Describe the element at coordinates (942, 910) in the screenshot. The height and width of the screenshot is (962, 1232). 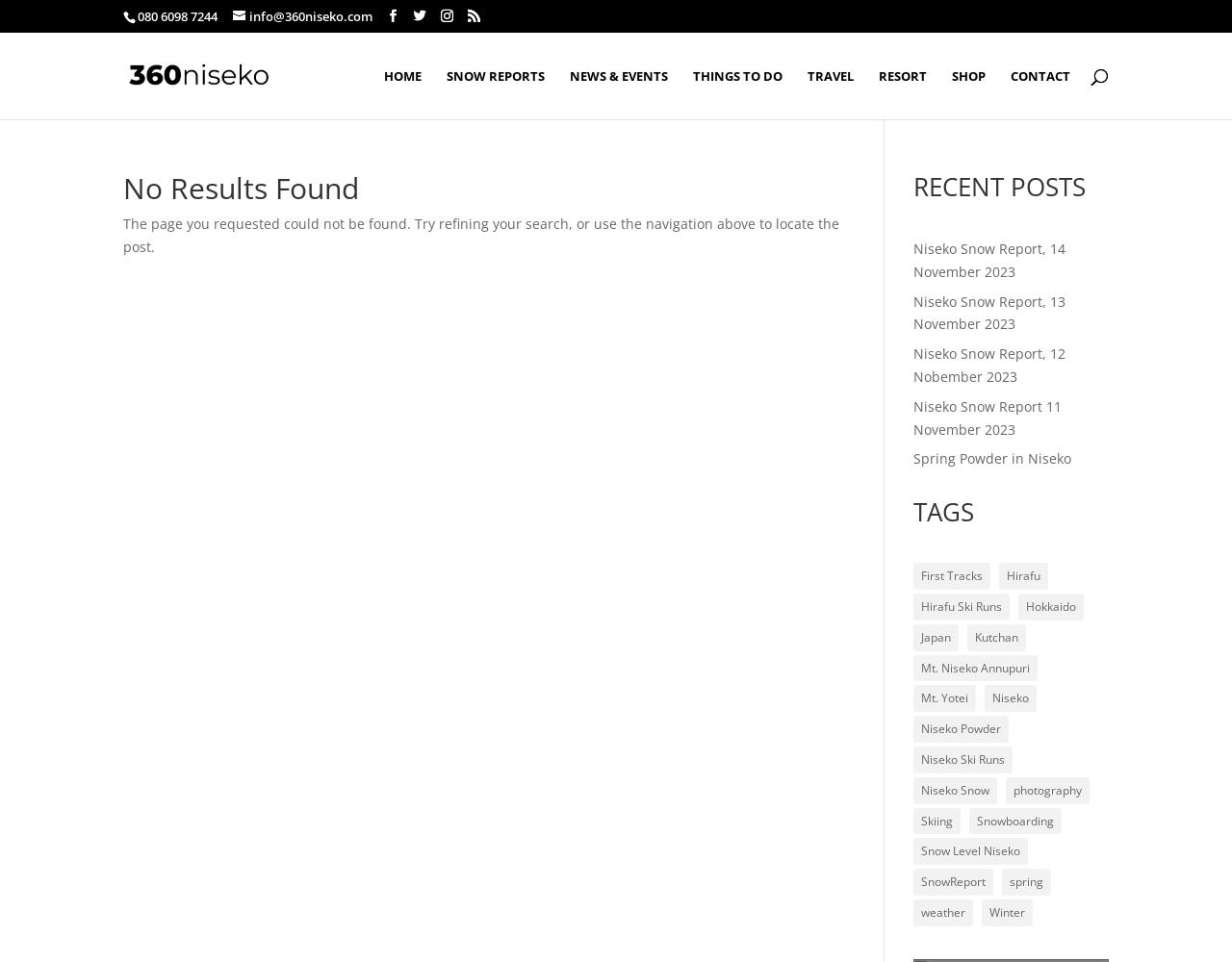
I see `'weather'` at that location.